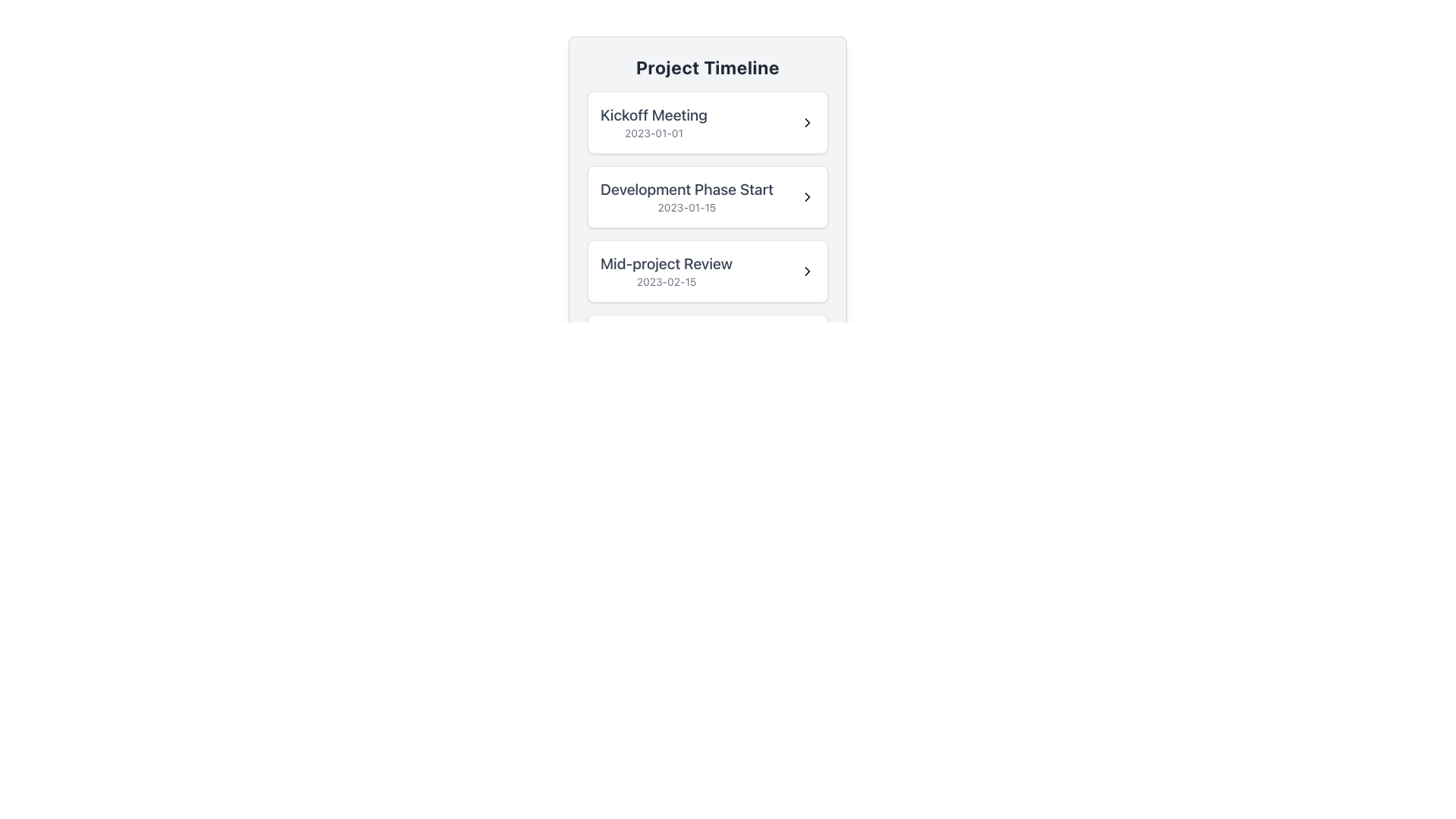  I want to click on text displayed in the text label that shows the date associated with the 'Mid-project Review' milestone, located in the third card under 'Project Timeline.', so click(666, 281).